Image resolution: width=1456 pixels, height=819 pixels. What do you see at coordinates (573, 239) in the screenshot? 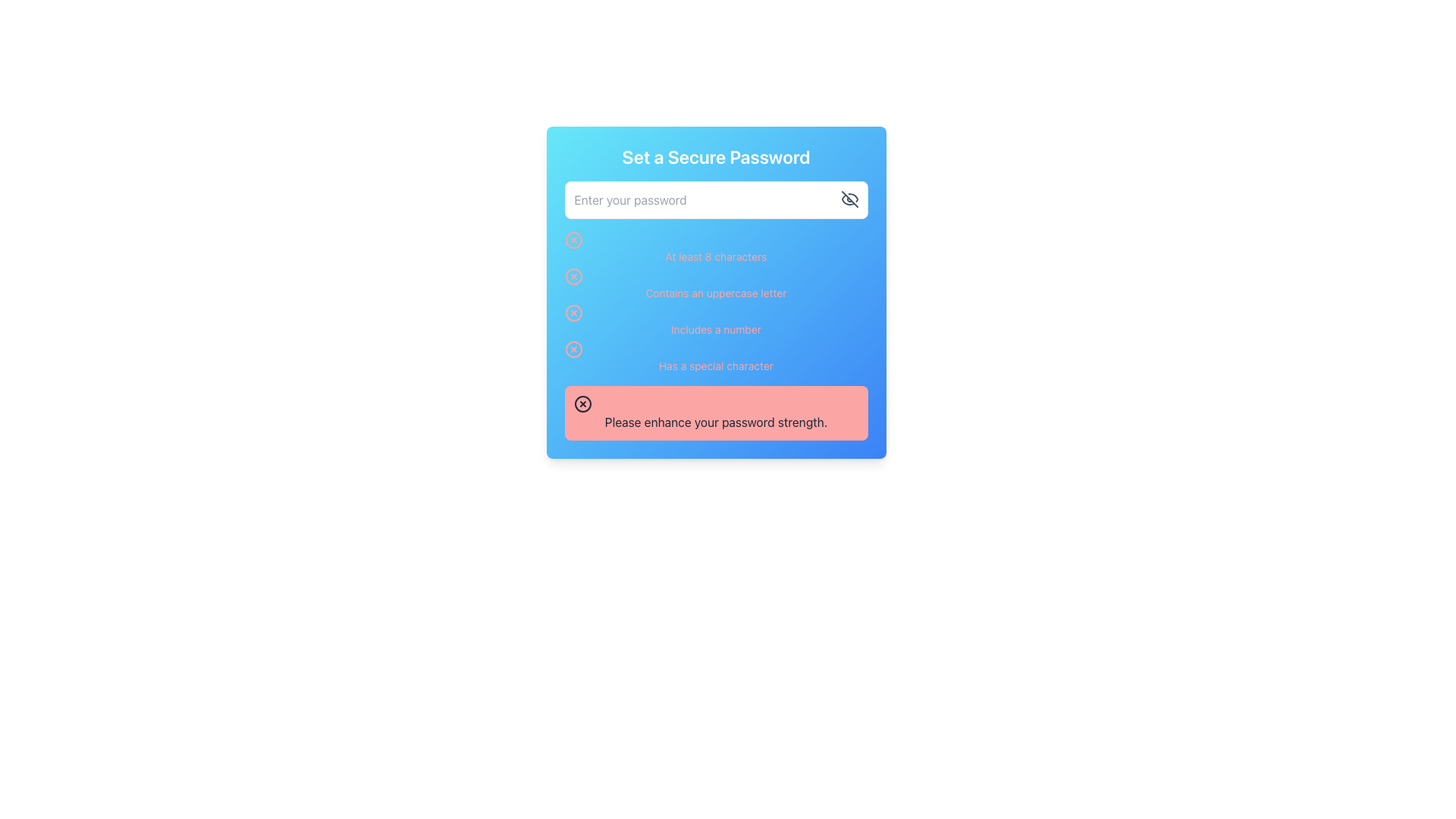
I see `the decorative circular SVG shape that is part of a cross-mark icon located to the left of the first text line in a vertical list` at bounding box center [573, 239].